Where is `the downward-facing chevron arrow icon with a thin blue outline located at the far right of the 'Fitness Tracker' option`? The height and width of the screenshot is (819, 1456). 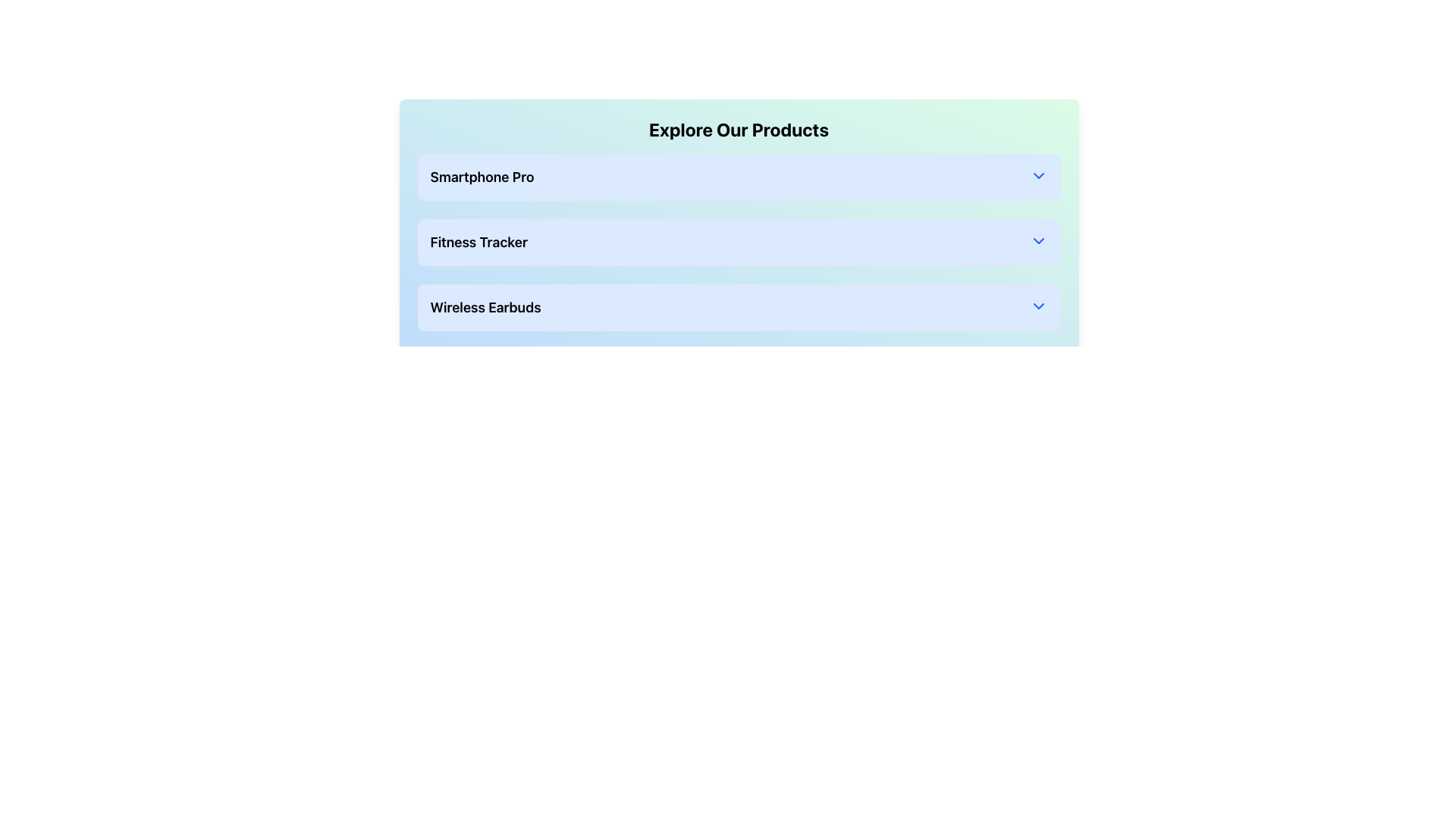
the downward-facing chevron arrow icon with a thin blue outline located at the far right of the 'Fitness Tracker' option is located at coordinates (1037, 240).